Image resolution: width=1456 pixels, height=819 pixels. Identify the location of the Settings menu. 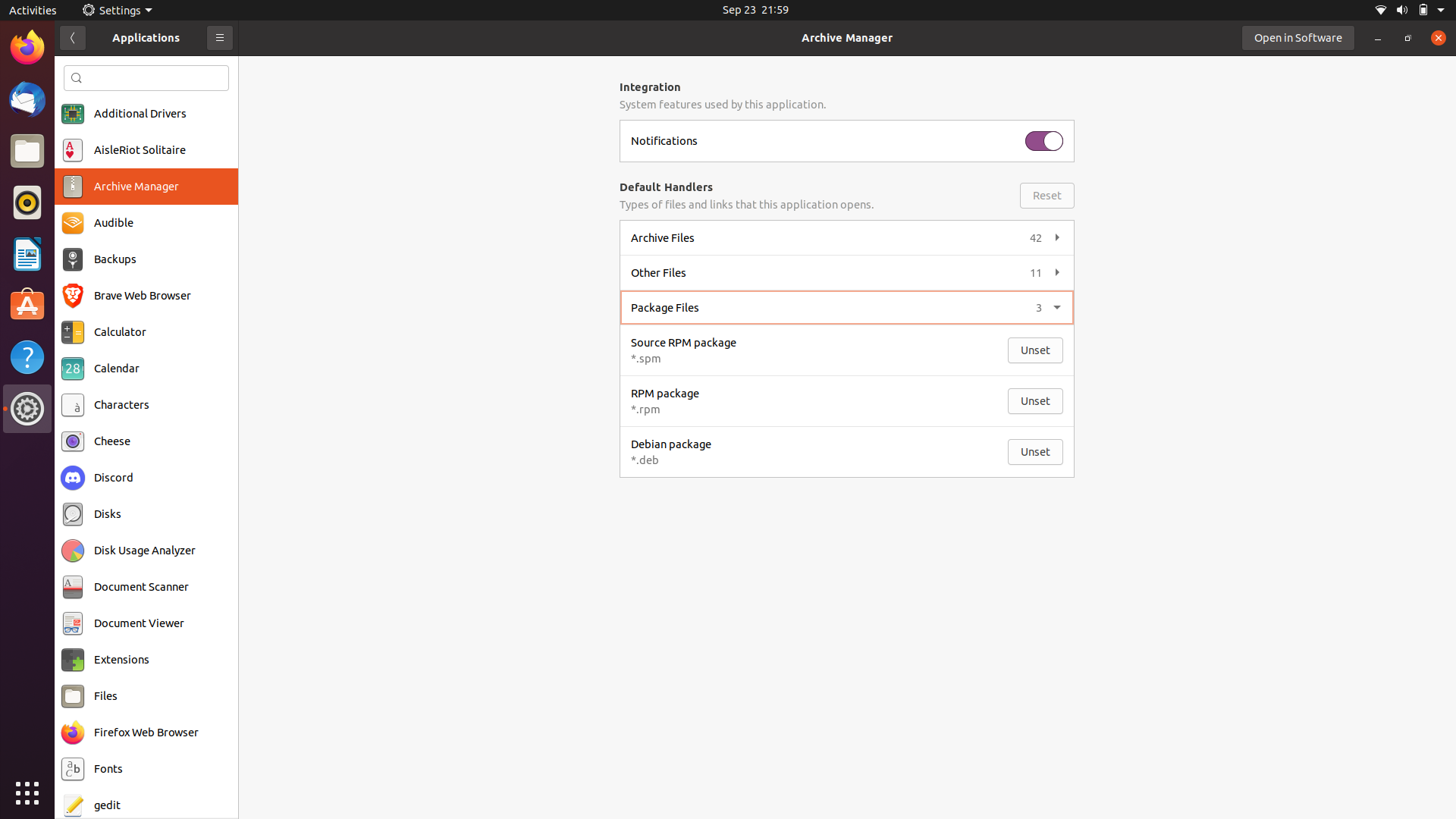
(115, 12).